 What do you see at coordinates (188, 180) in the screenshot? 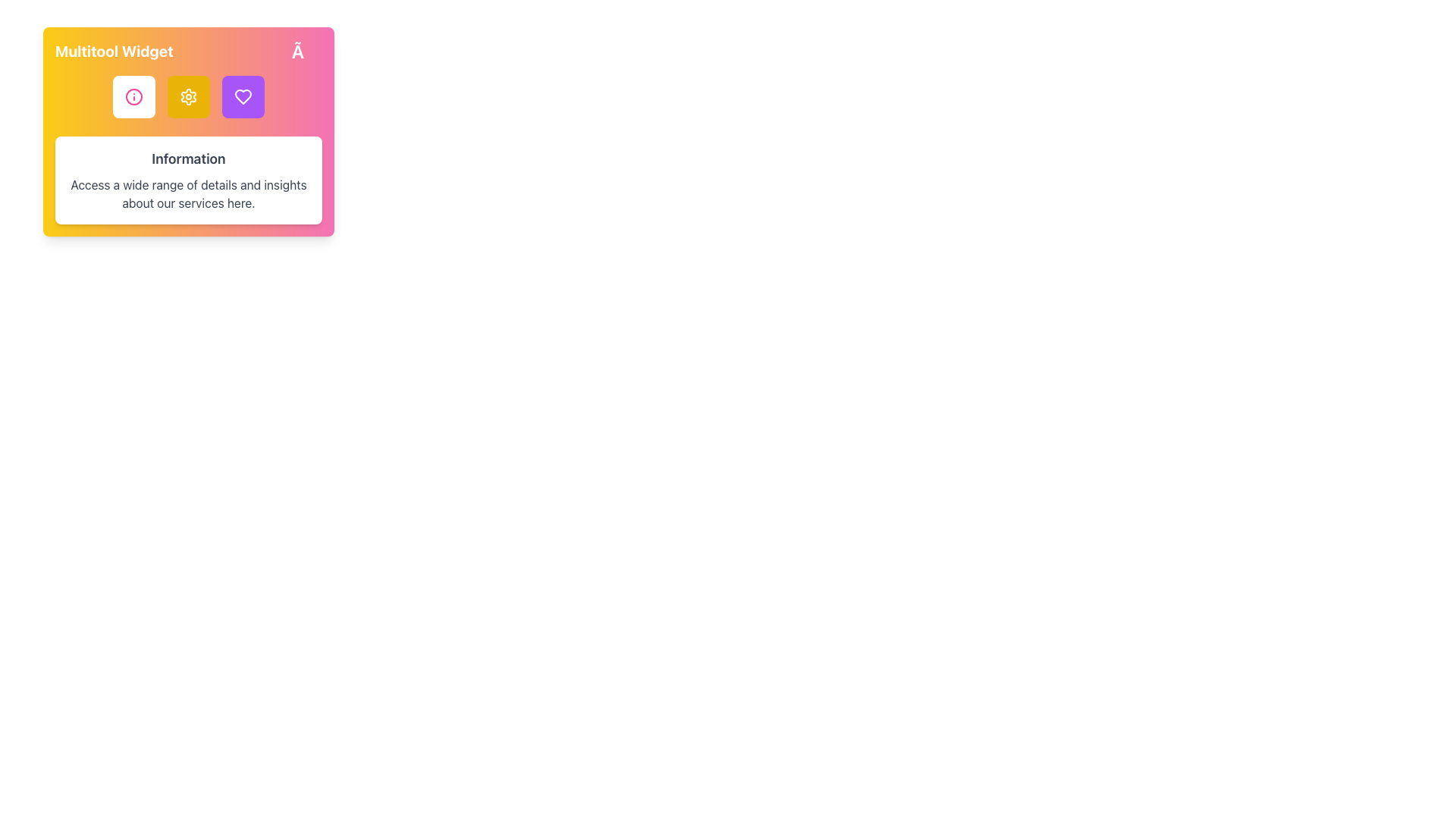
I see `information presented in the text block titled 'Information', which contains a paragraph describing the services offered` at bounding box center [188, 180].